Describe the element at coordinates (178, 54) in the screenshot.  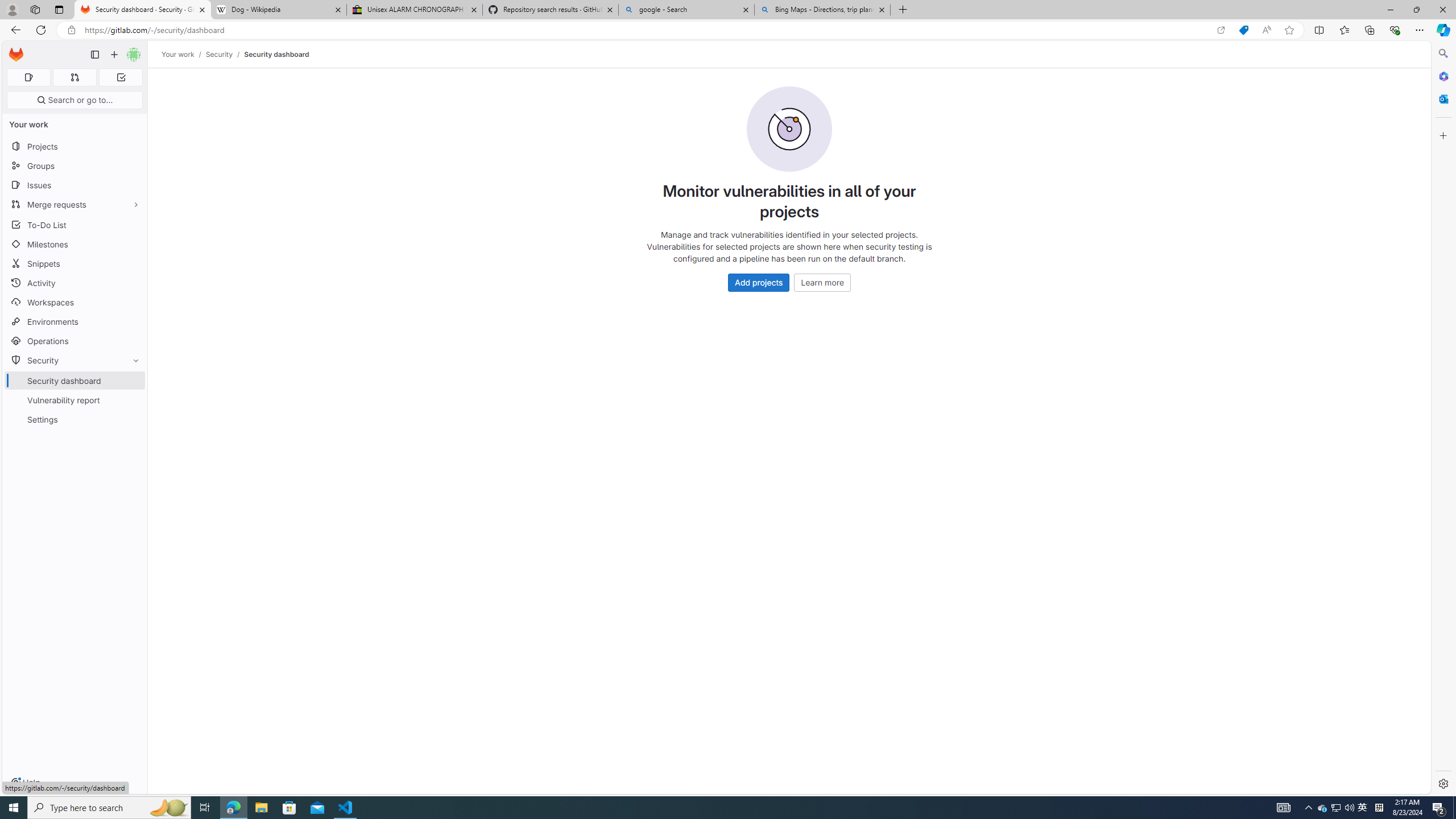
I see `'Your work'` at that location.